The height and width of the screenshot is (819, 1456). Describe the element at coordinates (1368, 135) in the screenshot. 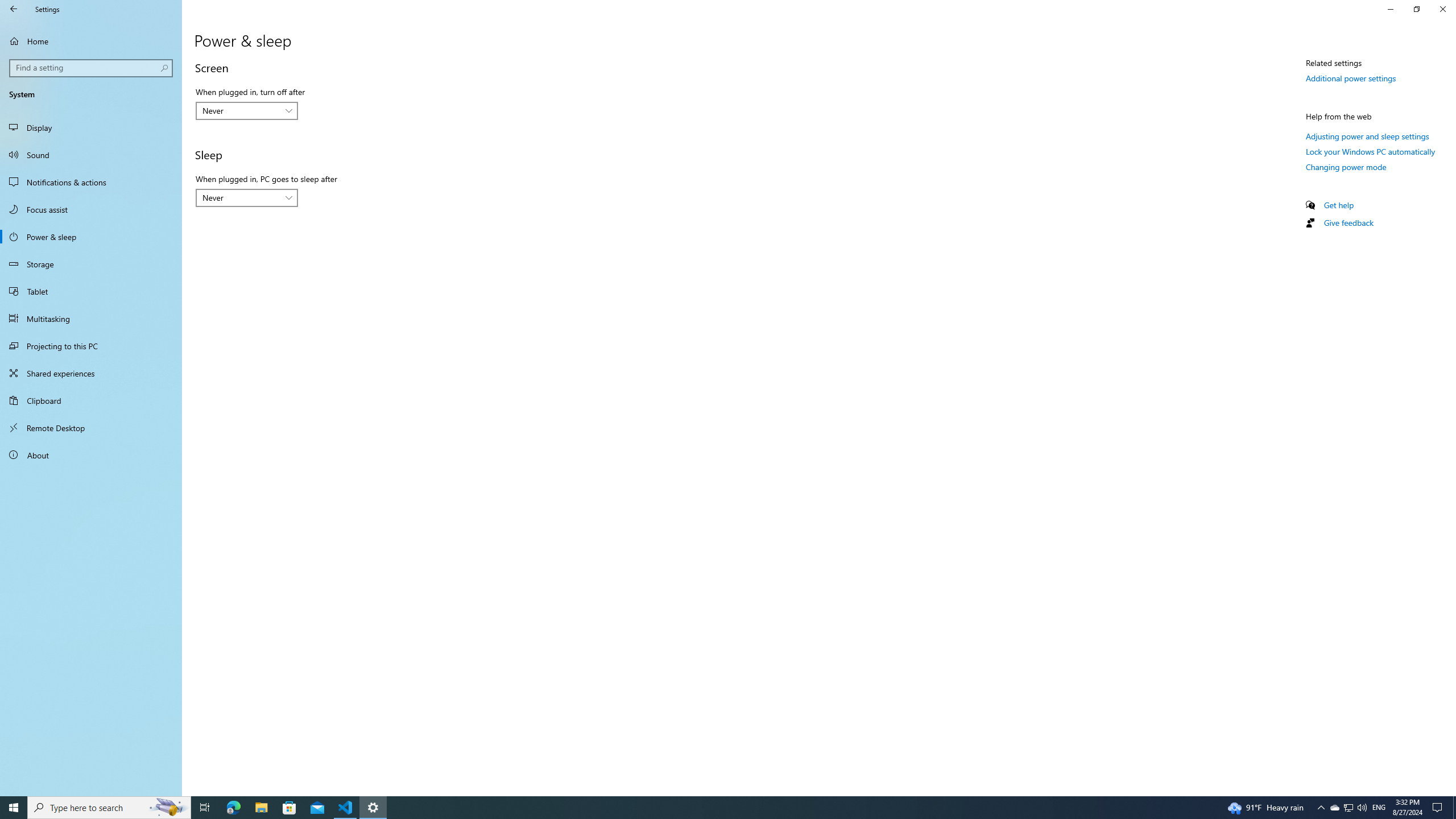

I see `'Adjusting power and sleep settings'` at that location.